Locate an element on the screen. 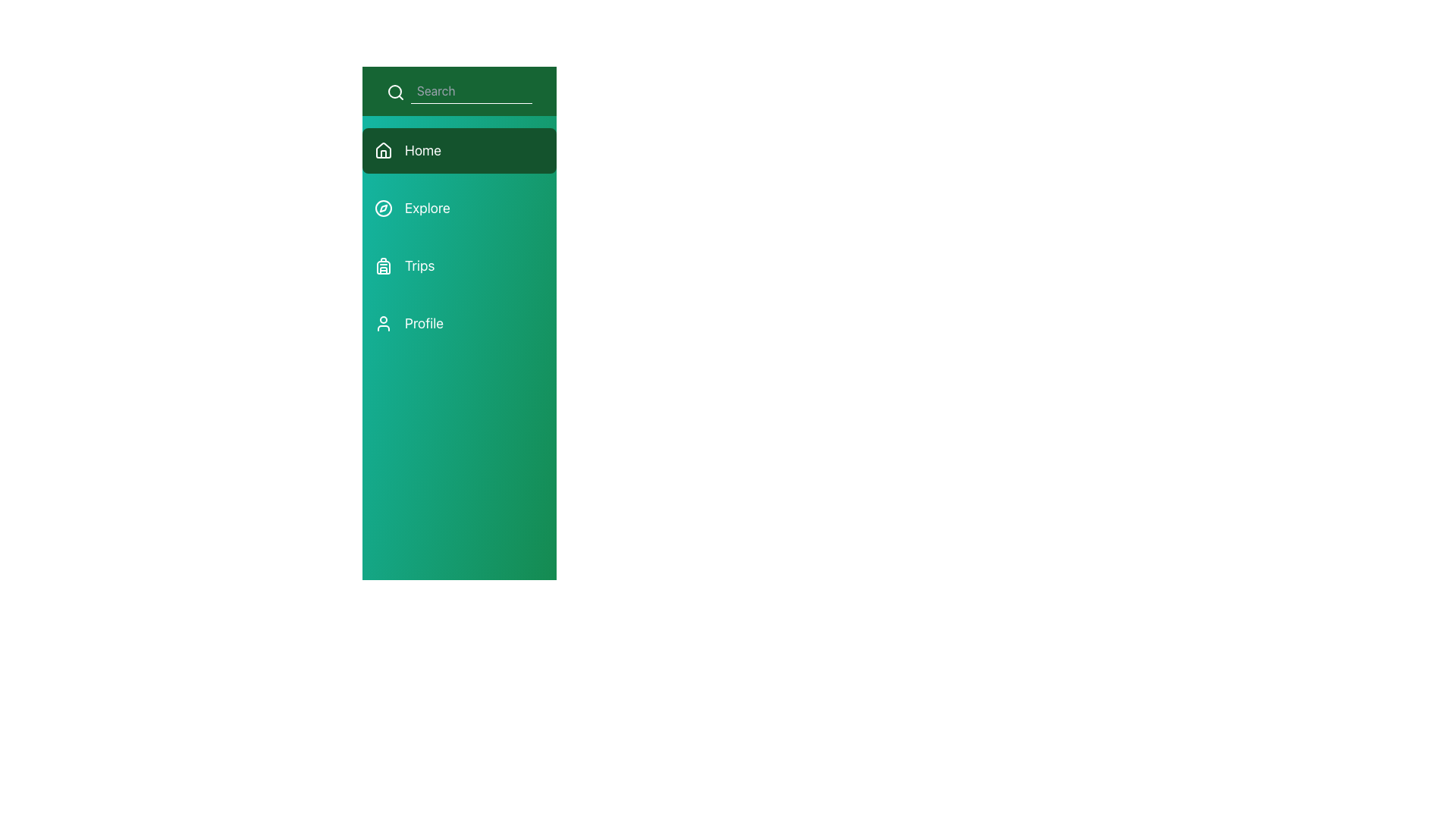 This screenshot has height=819, width=1456. the user's profile SVG icon located at the far left of the 'Profile' menu item, which serves as an indicator for the user's account or profile section is located at coordinates (383, 323).